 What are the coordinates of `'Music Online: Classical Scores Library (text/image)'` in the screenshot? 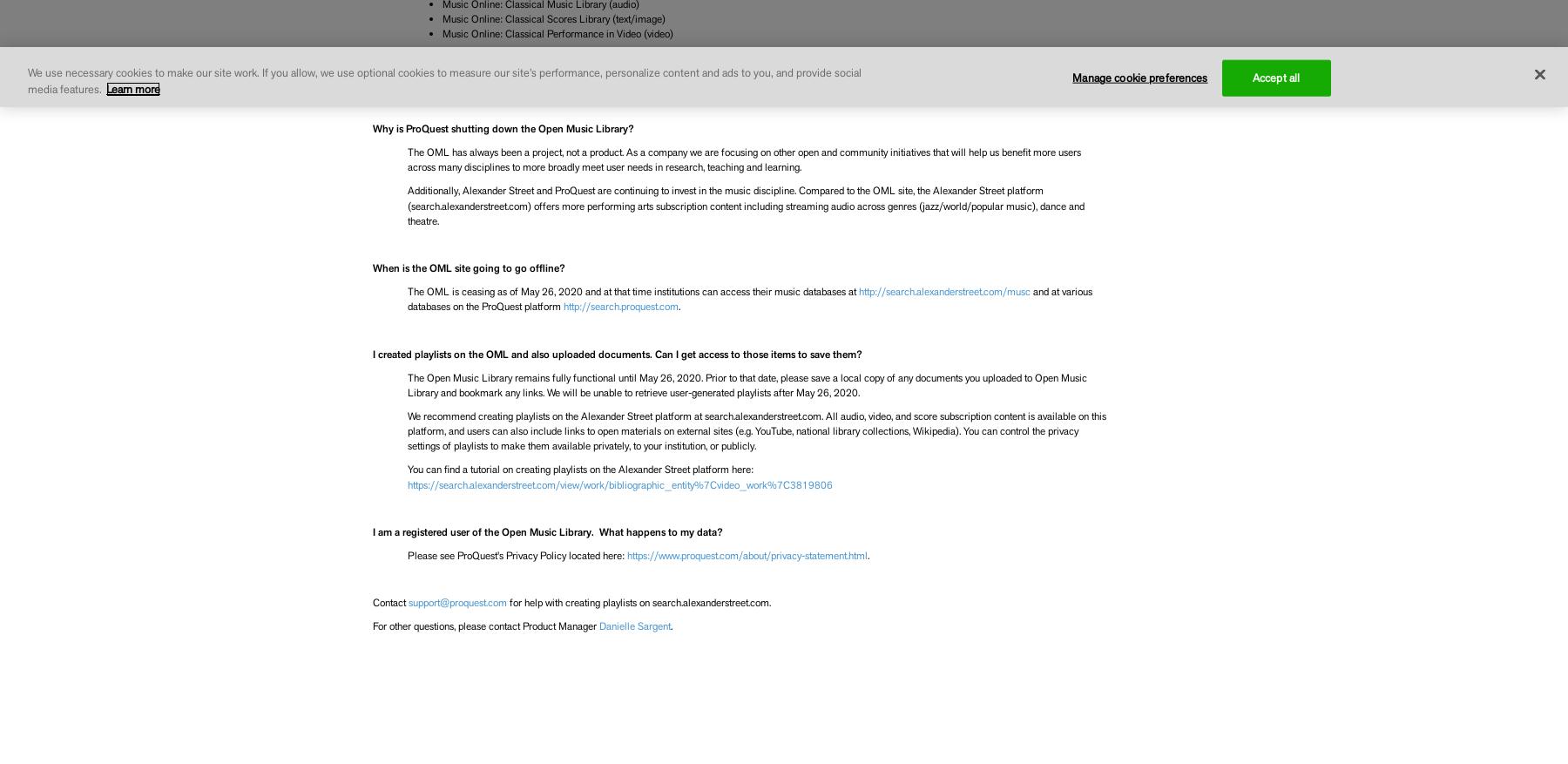 It's located at (553, 18).